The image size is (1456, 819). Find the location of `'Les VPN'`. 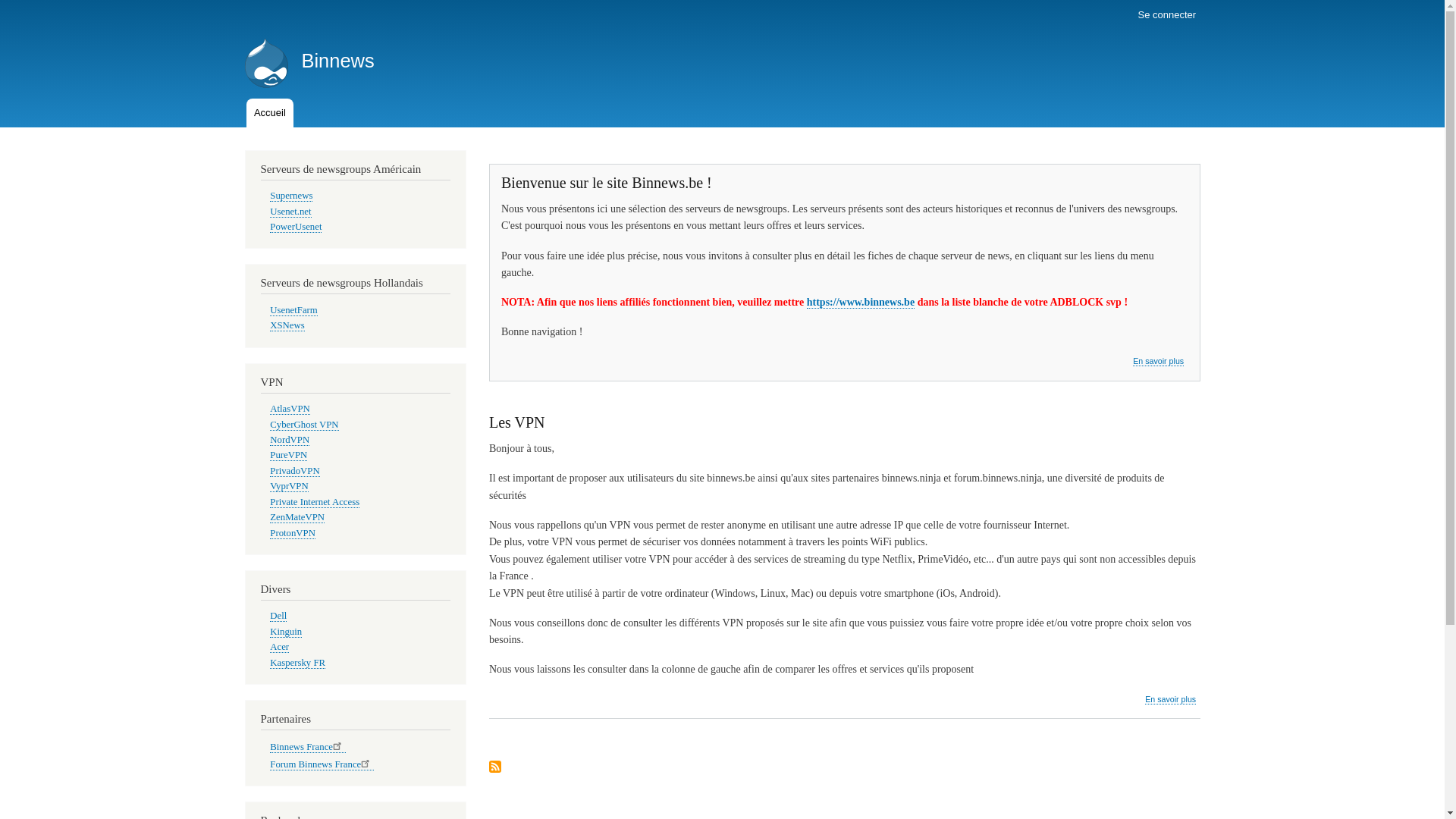

'Les VPN' is located at coordinates (516, 422).